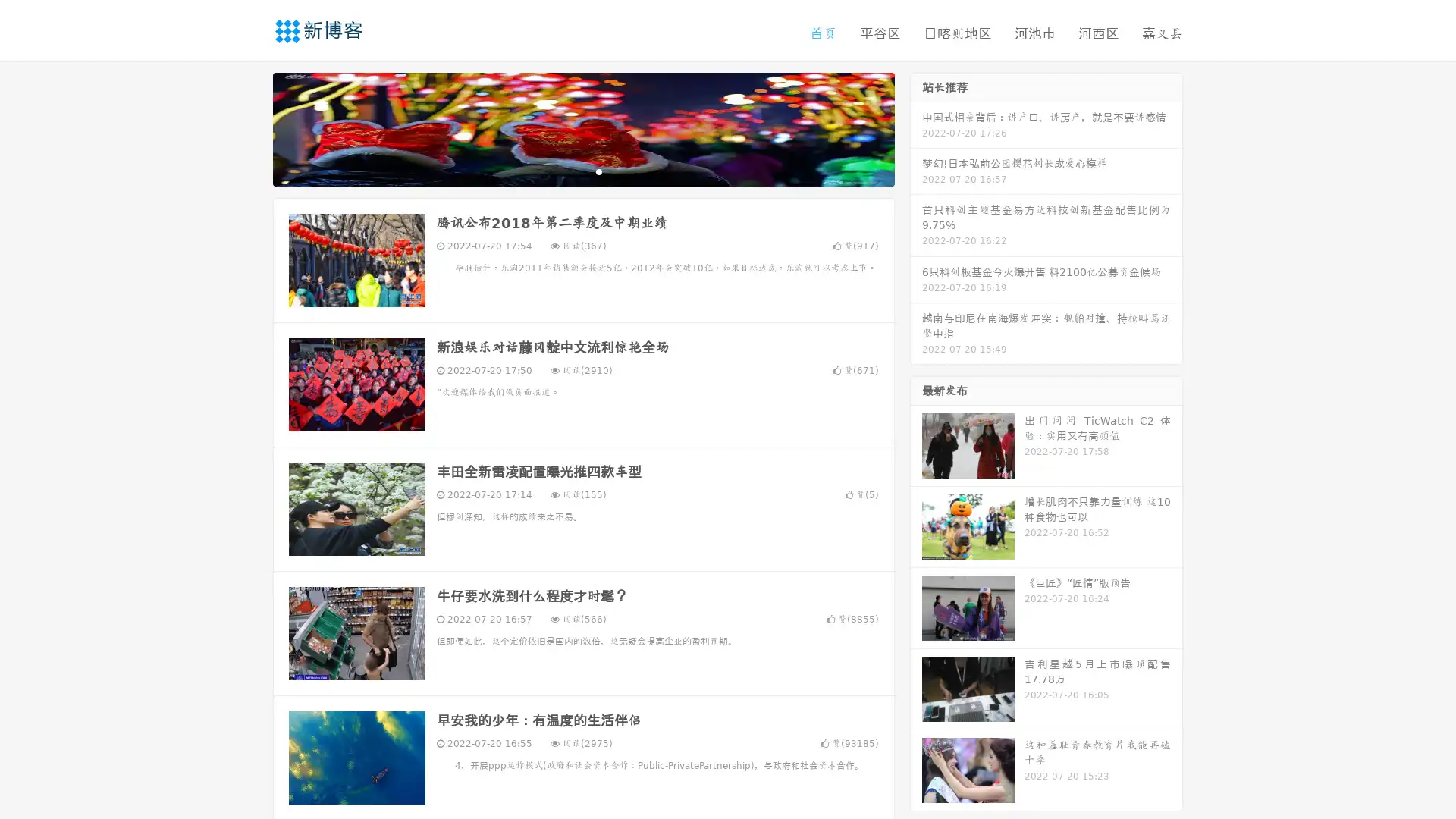 The image size is (1456, 819). What do you see at coordinates (567, 171) in the screenshot?
I see `Go to slide 1` at bounding box center [567, 171].